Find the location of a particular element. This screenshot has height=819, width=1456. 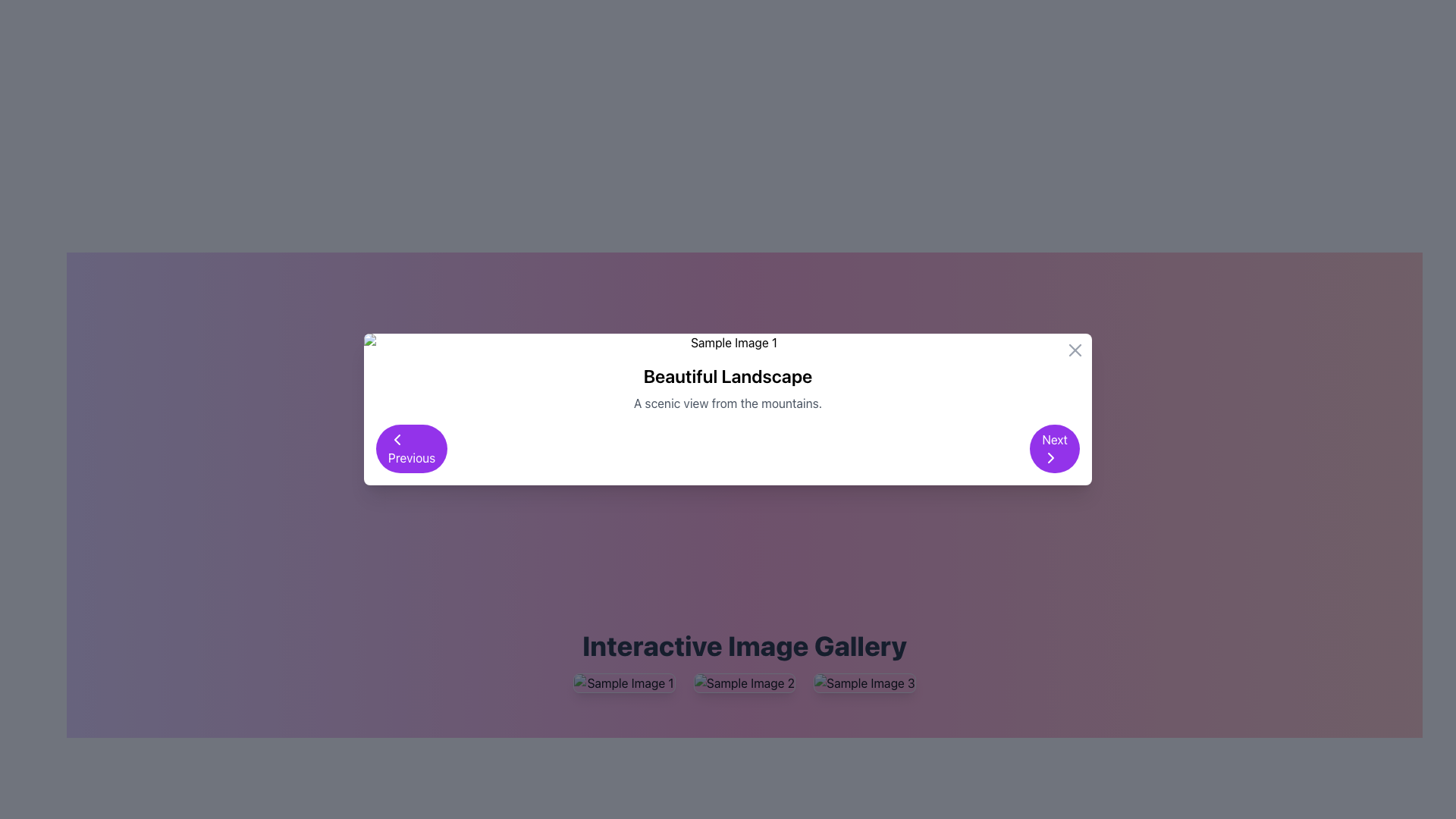

the first interactive card in the gallery section to scale up the image labeled 'Sample Image 1' is located at coordinates (624, 683).